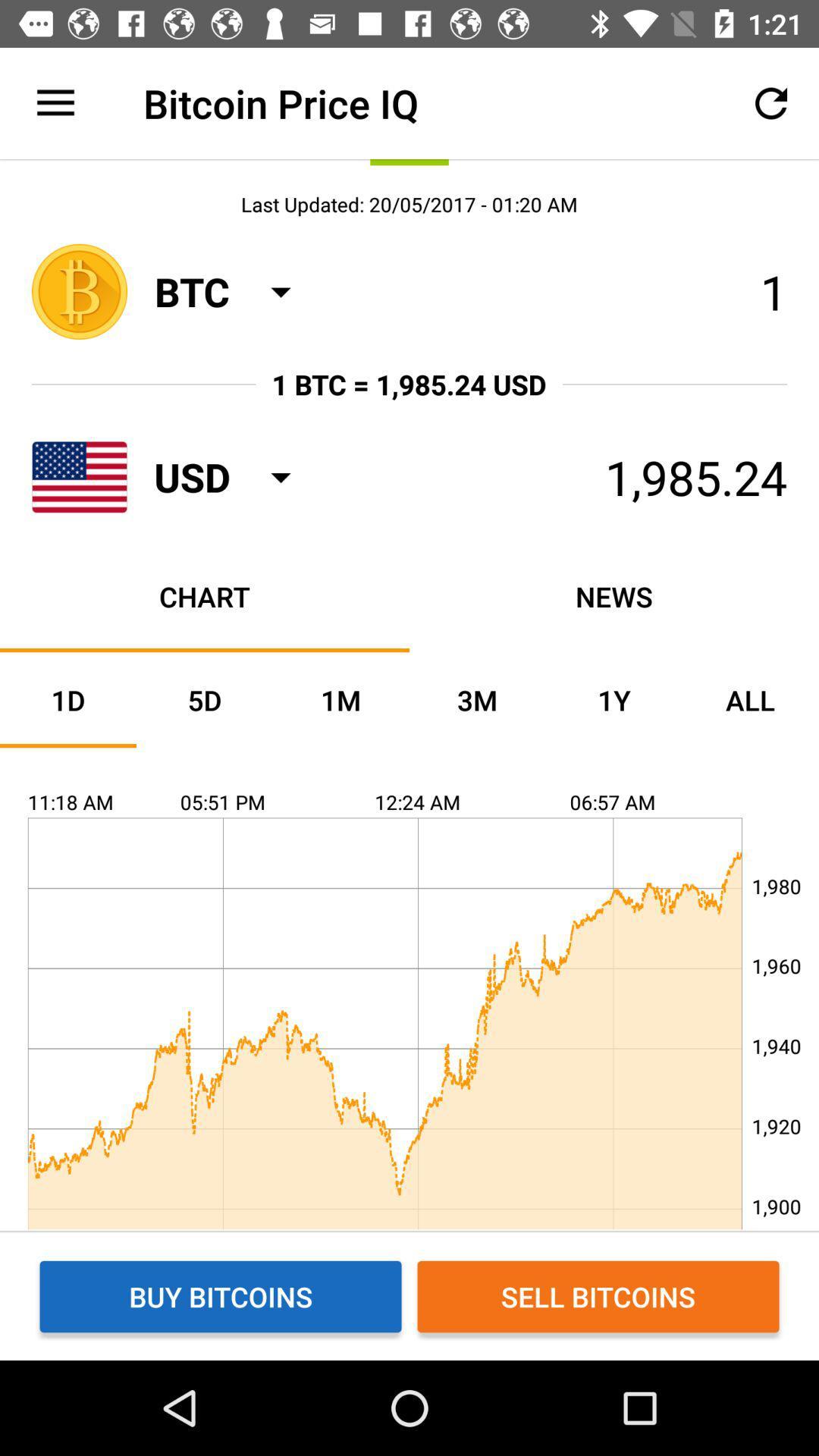 The width and height of the screenshot is (819, 1456). What do you see at coordinates (220, 1295) in the screenshot?
I see `the icon to the left of the sell bitcoins icon` at bounding box center [220, 1295].